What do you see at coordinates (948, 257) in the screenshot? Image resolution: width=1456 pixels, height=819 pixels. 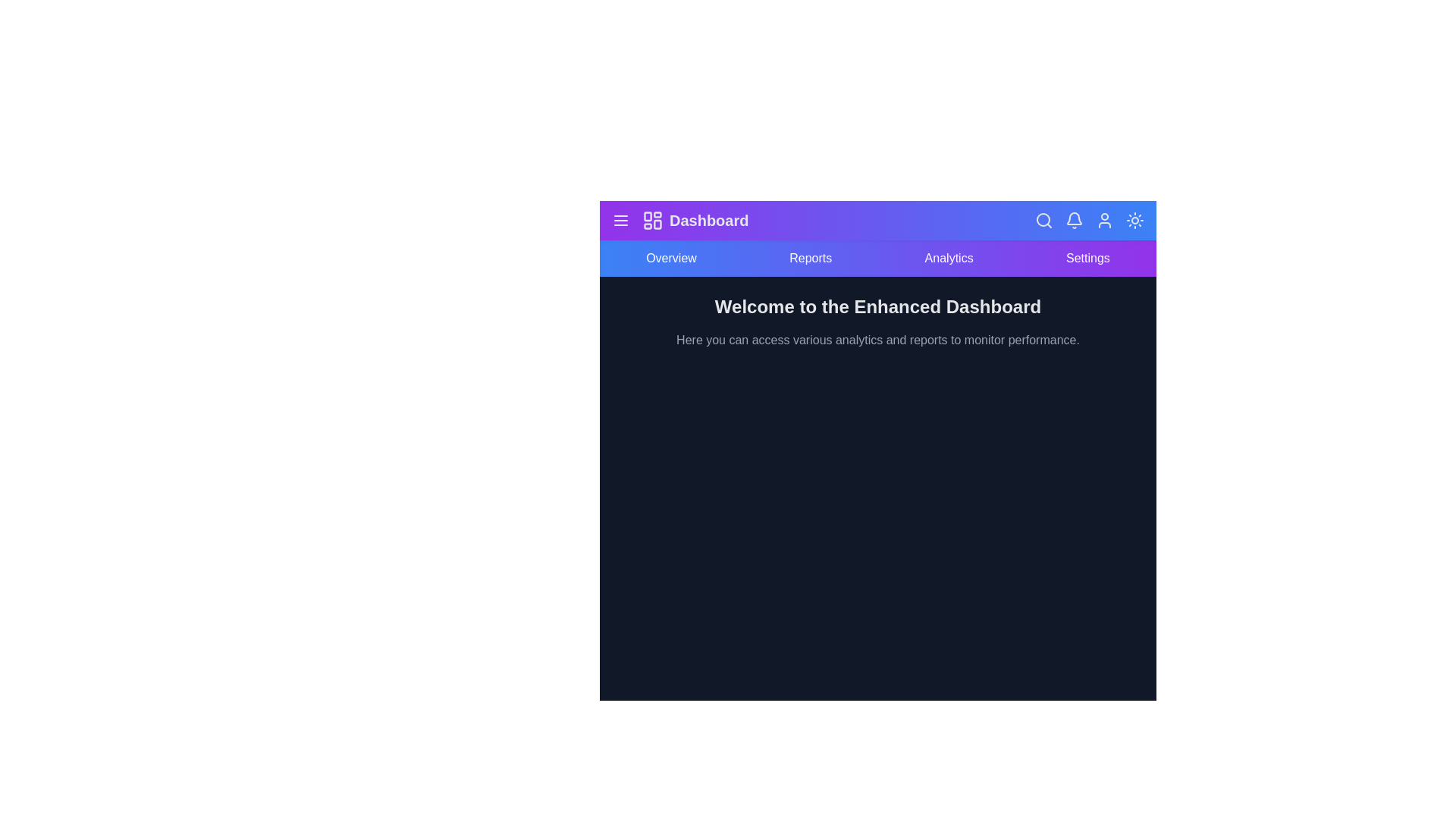 I see `the navigation item Analytics` at bounding box center [948, 257].